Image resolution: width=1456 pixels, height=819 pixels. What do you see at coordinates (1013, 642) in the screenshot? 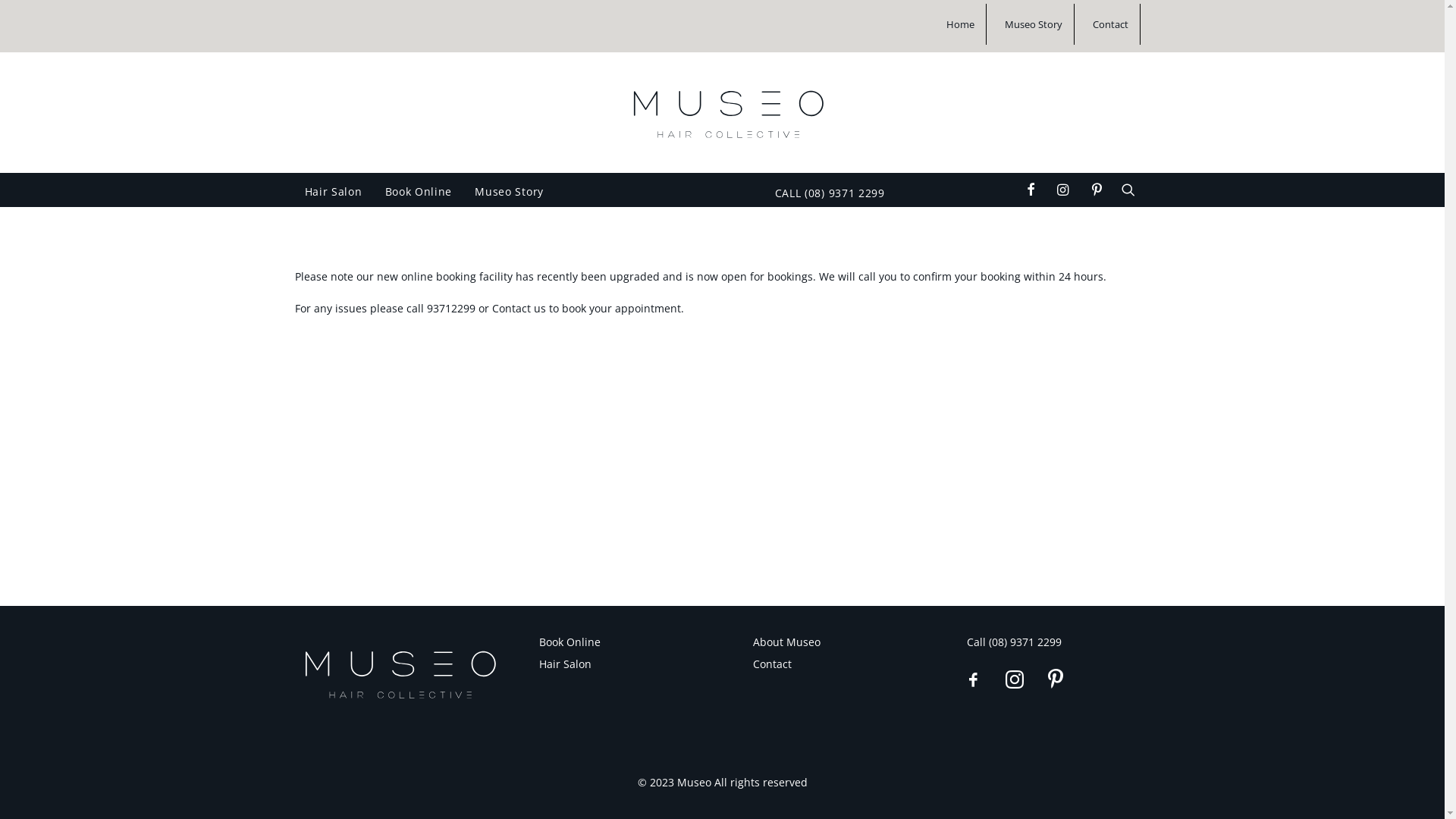
I see `'Call (08) 9371 2299'` at bounding box center [1013, 642].